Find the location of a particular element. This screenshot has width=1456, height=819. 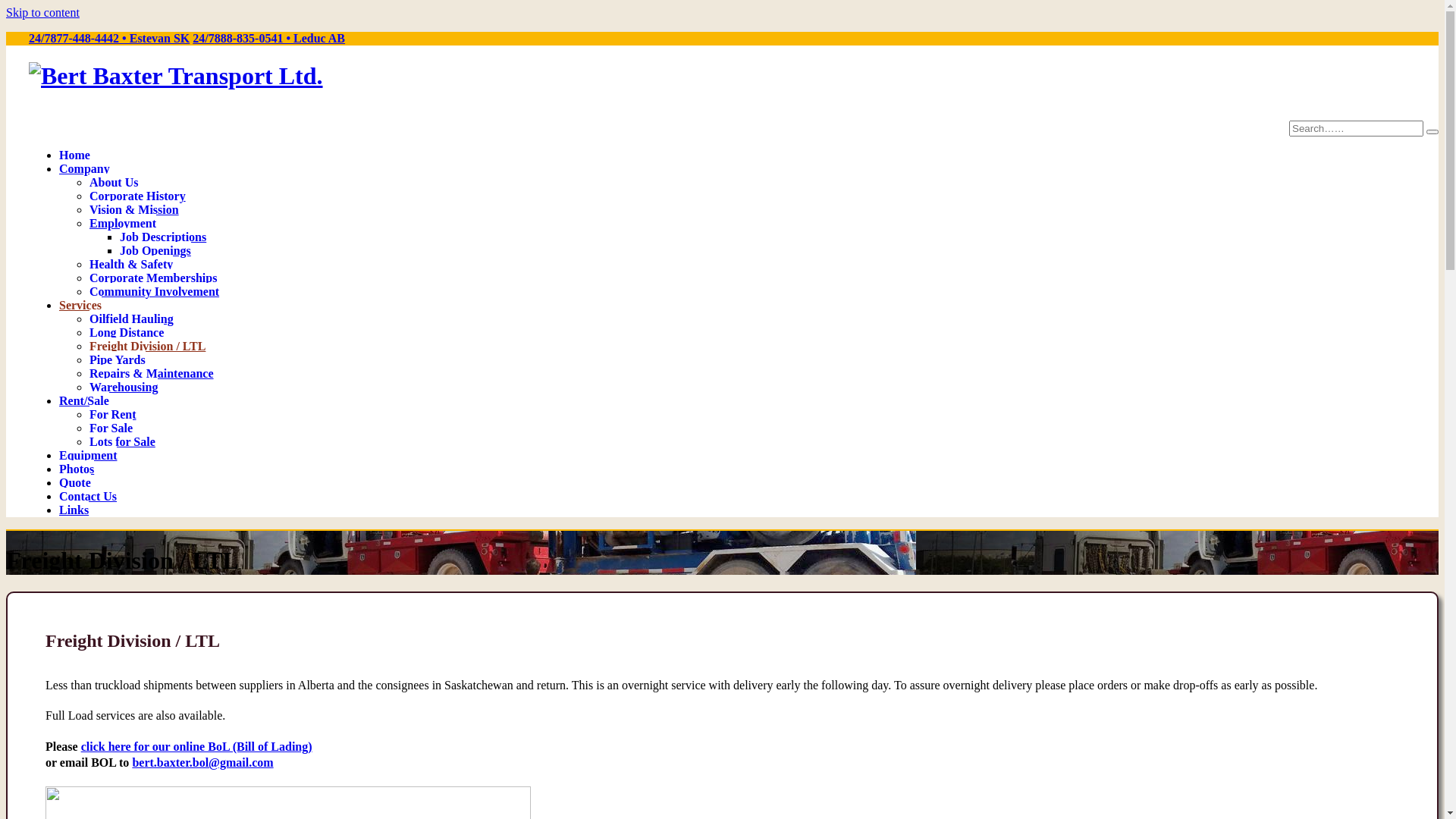

'bert.baxter.bol@gmail.com' is located at coordinates (202, 762).